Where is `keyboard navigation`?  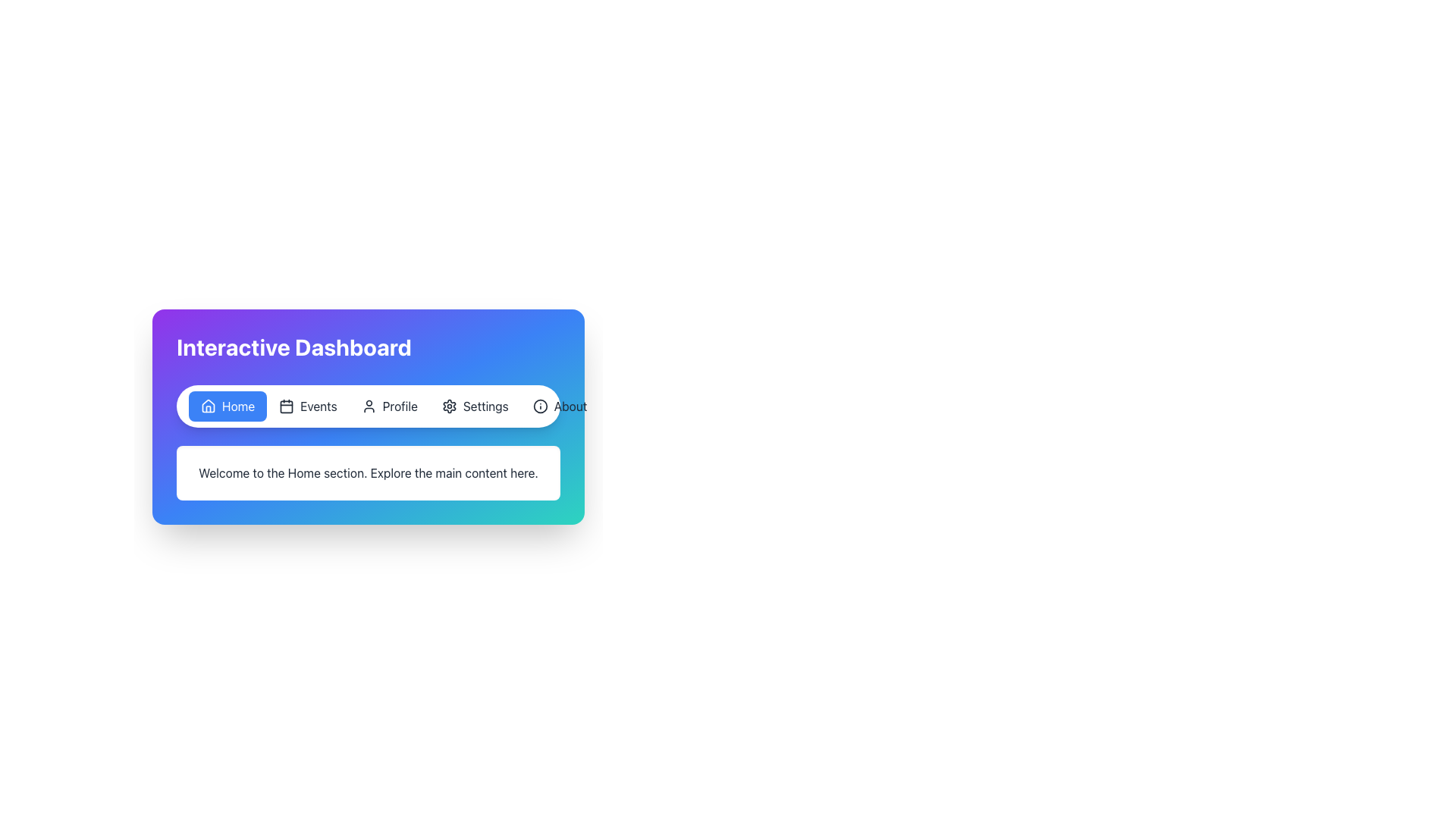 keyboard navigation is located at coordinates (368, 406).